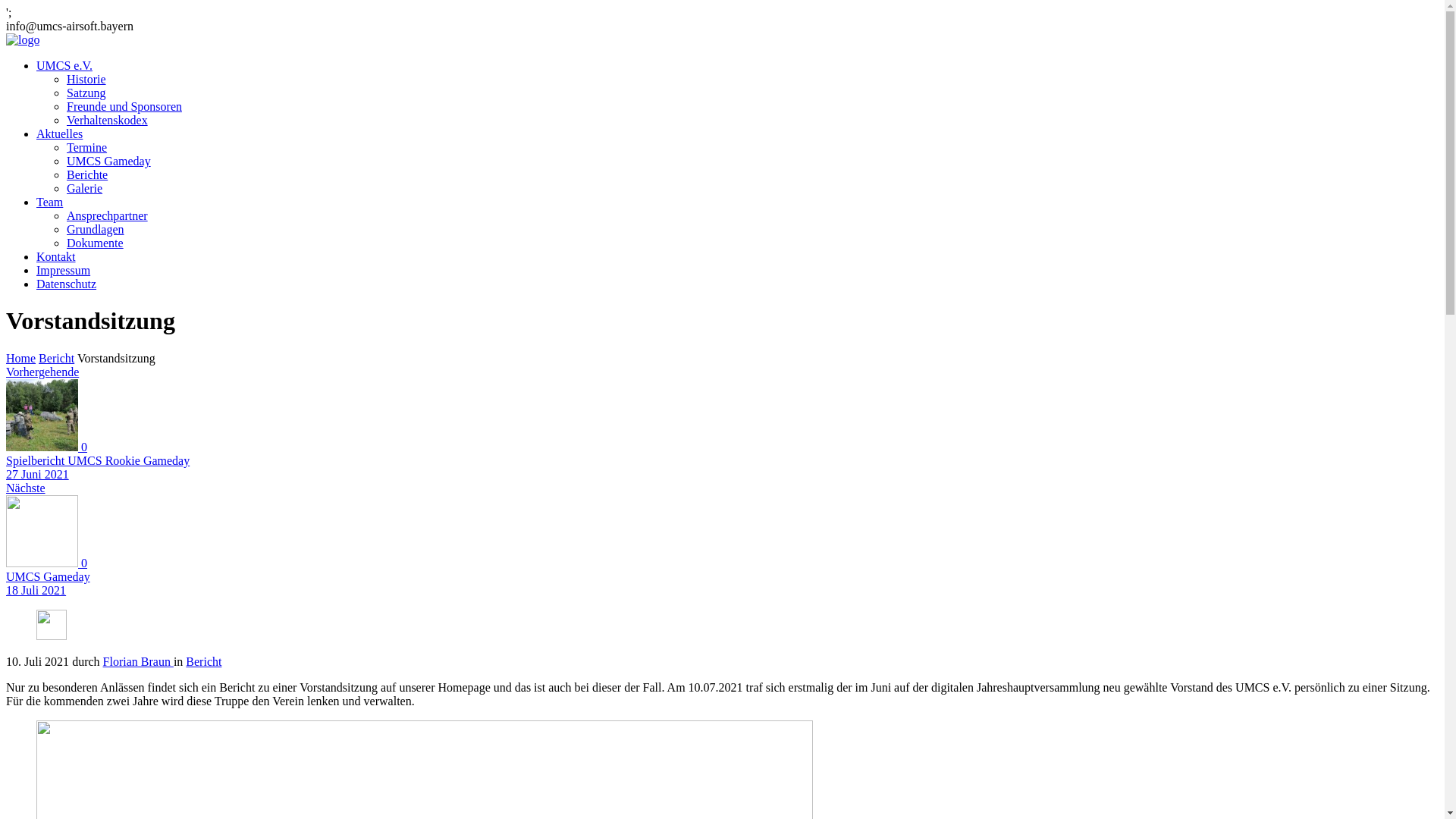 This screenshot has width=1456, height=819. What do you see at coordinates (106, 119) in the screenshot?
I see `'Verhaltenskodex'` at bounding box center [106, 119].